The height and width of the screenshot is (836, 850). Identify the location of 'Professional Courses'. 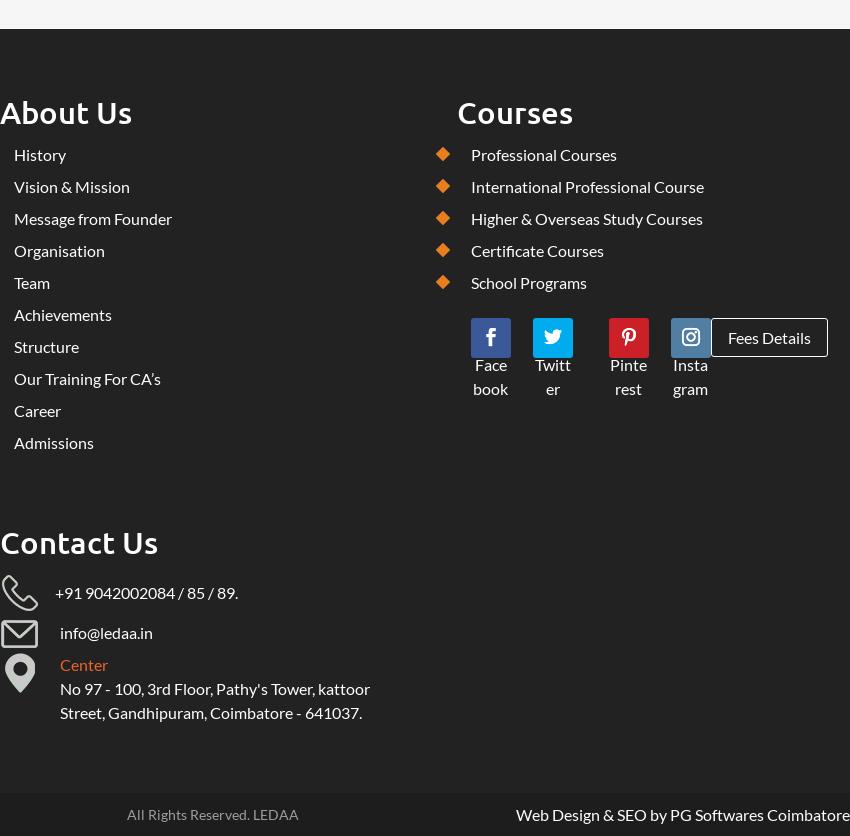
(541, 153).